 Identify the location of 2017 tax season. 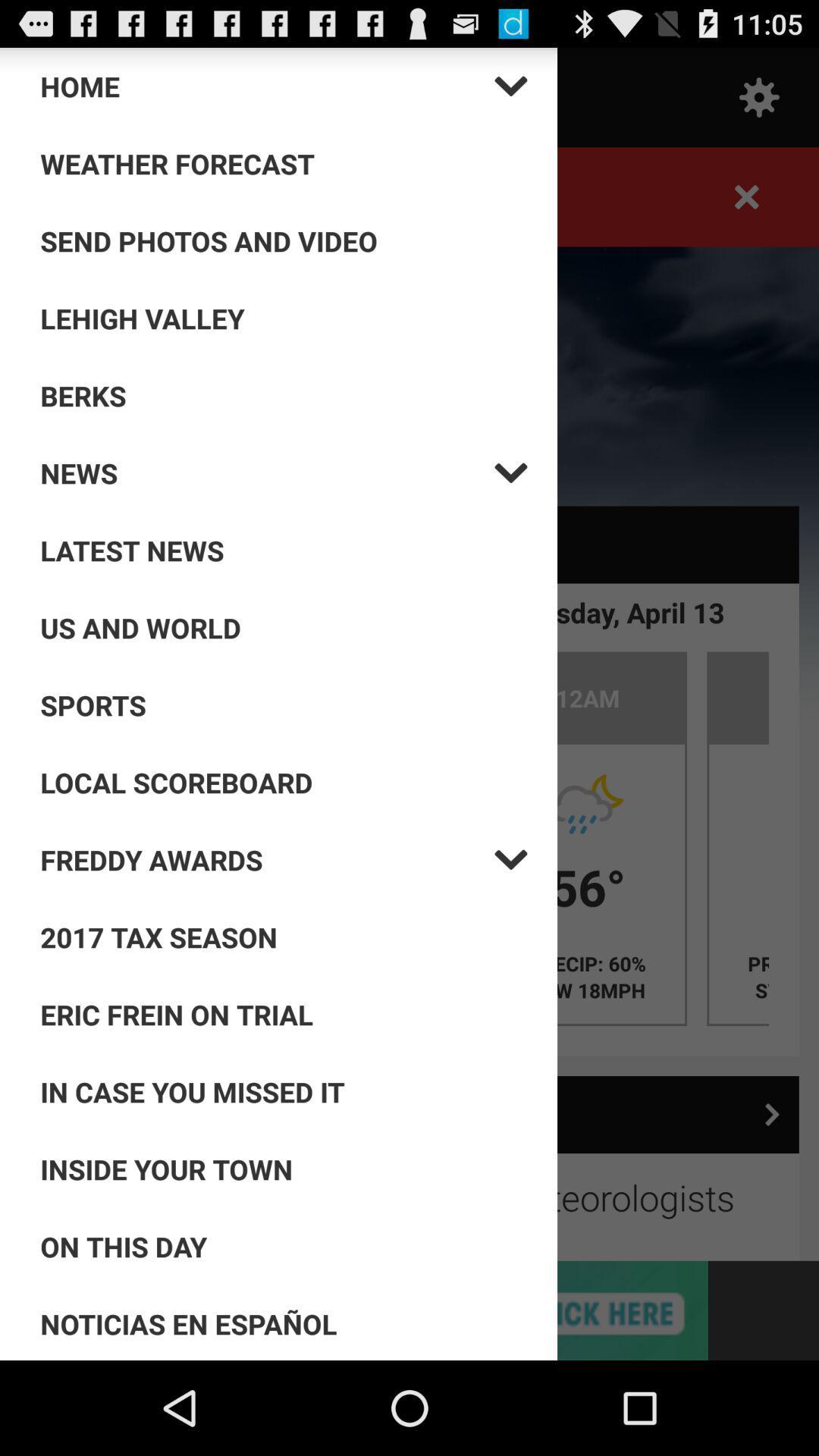
(284, 936).